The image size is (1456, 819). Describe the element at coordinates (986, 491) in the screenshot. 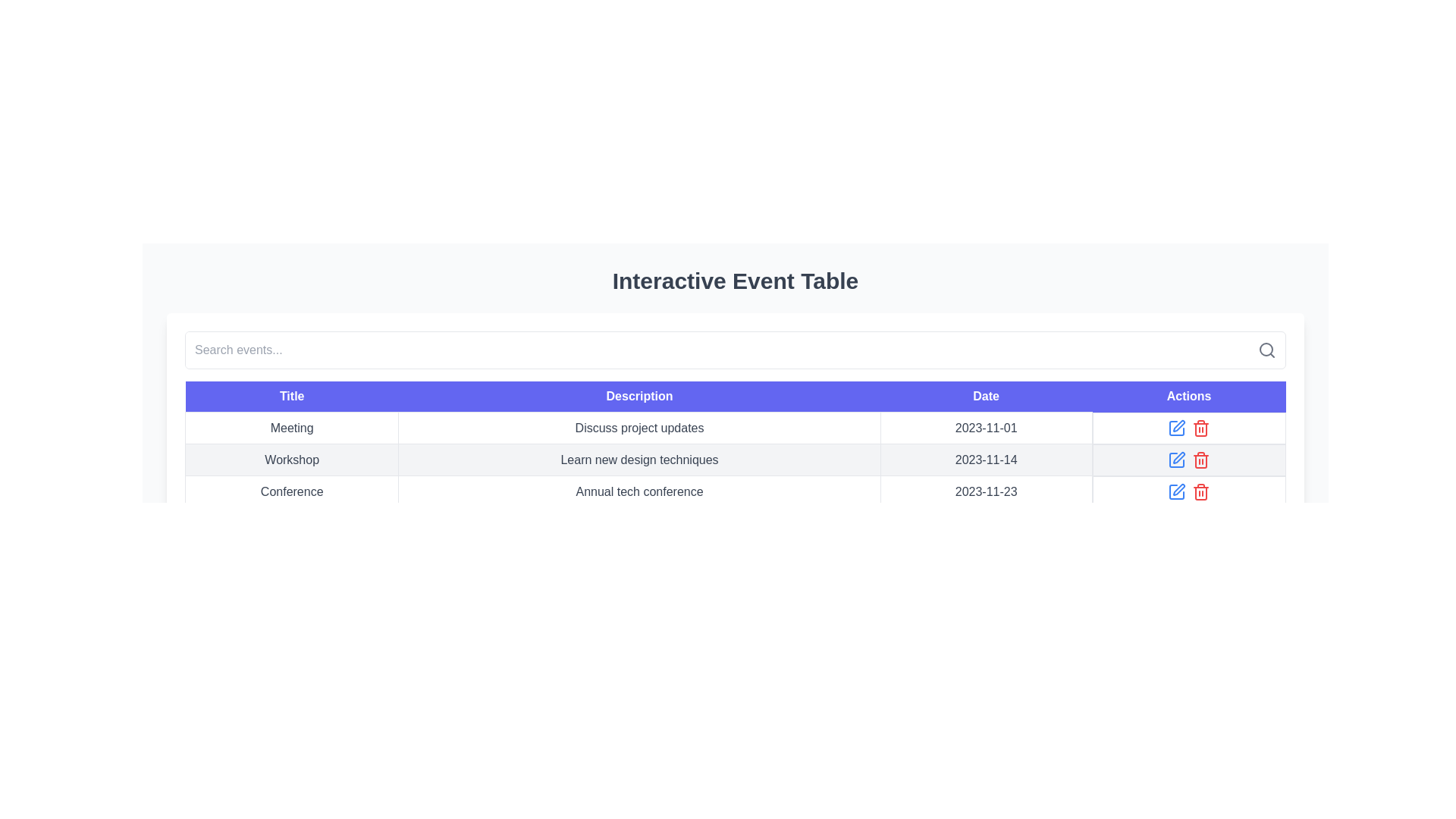

I see `the Text label displaying the date for the 'Conference' event located in the third row of the table under the 'Date' column` at that location.